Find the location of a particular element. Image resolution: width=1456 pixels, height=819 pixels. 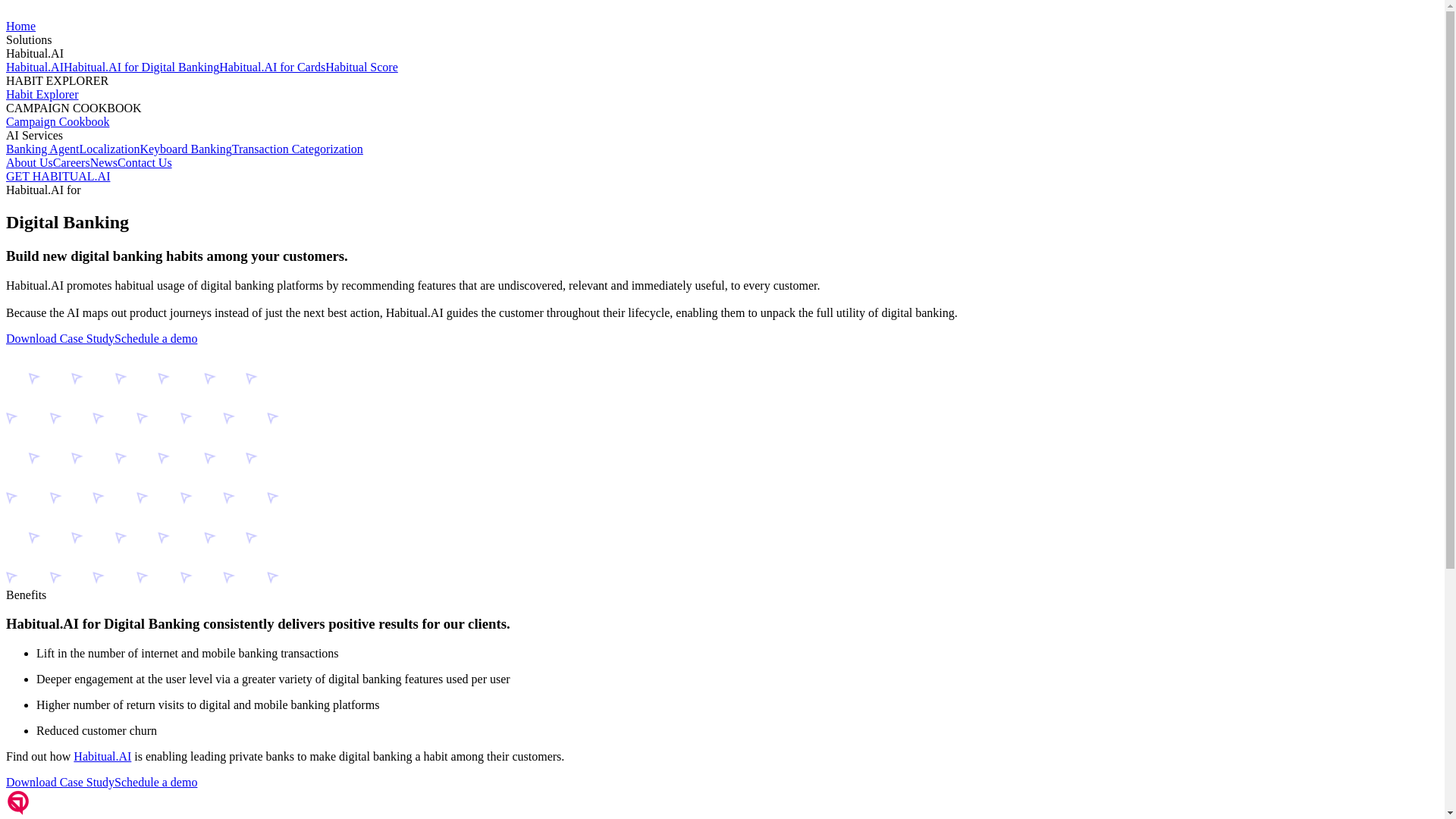

'News' is located at coordinates (103, 162).